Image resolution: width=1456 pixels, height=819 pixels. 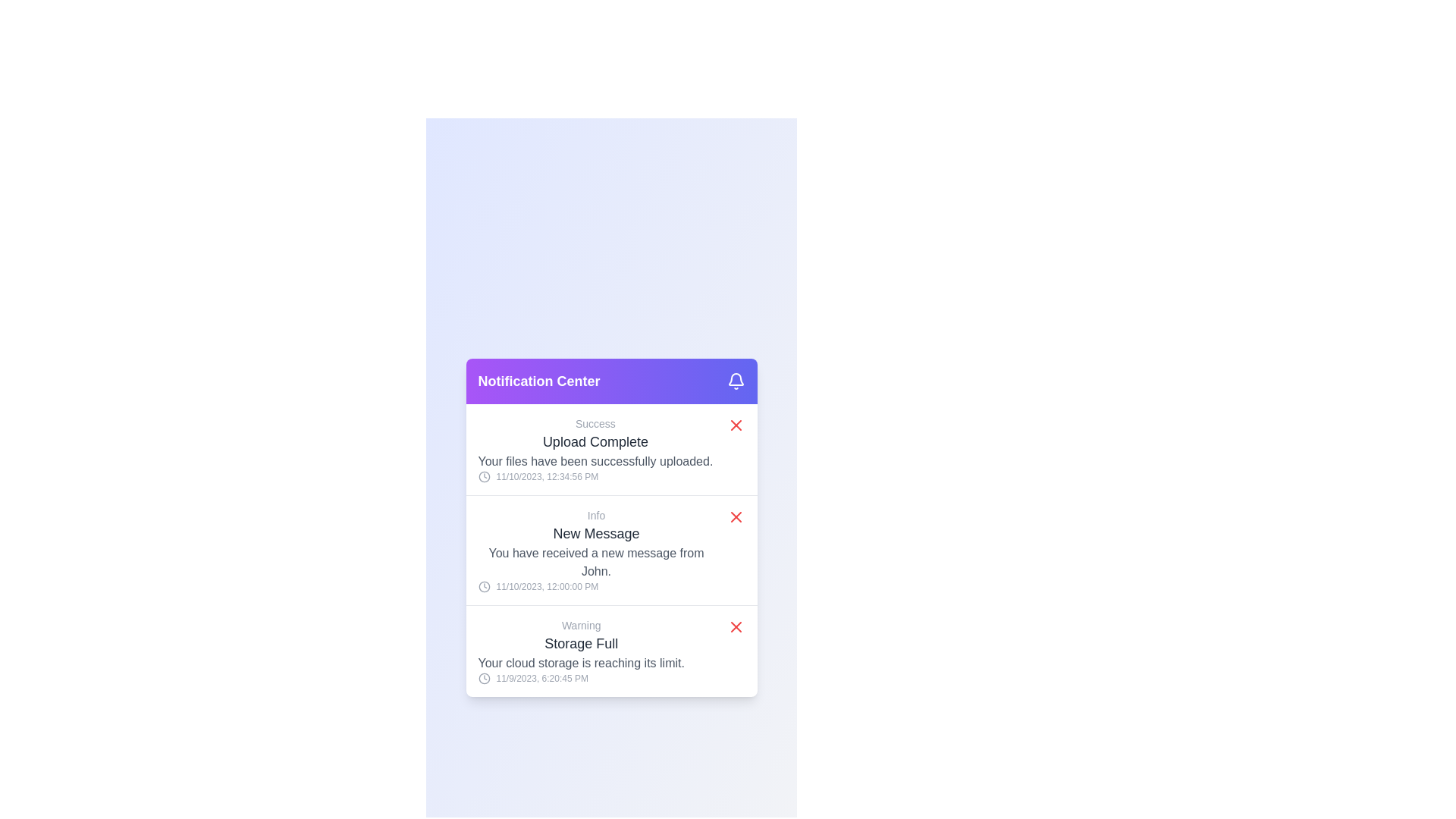 I want to click on the notification entry labeled 'Storage Full' at the bottom of the notification panel, so click(x=611, y=650).